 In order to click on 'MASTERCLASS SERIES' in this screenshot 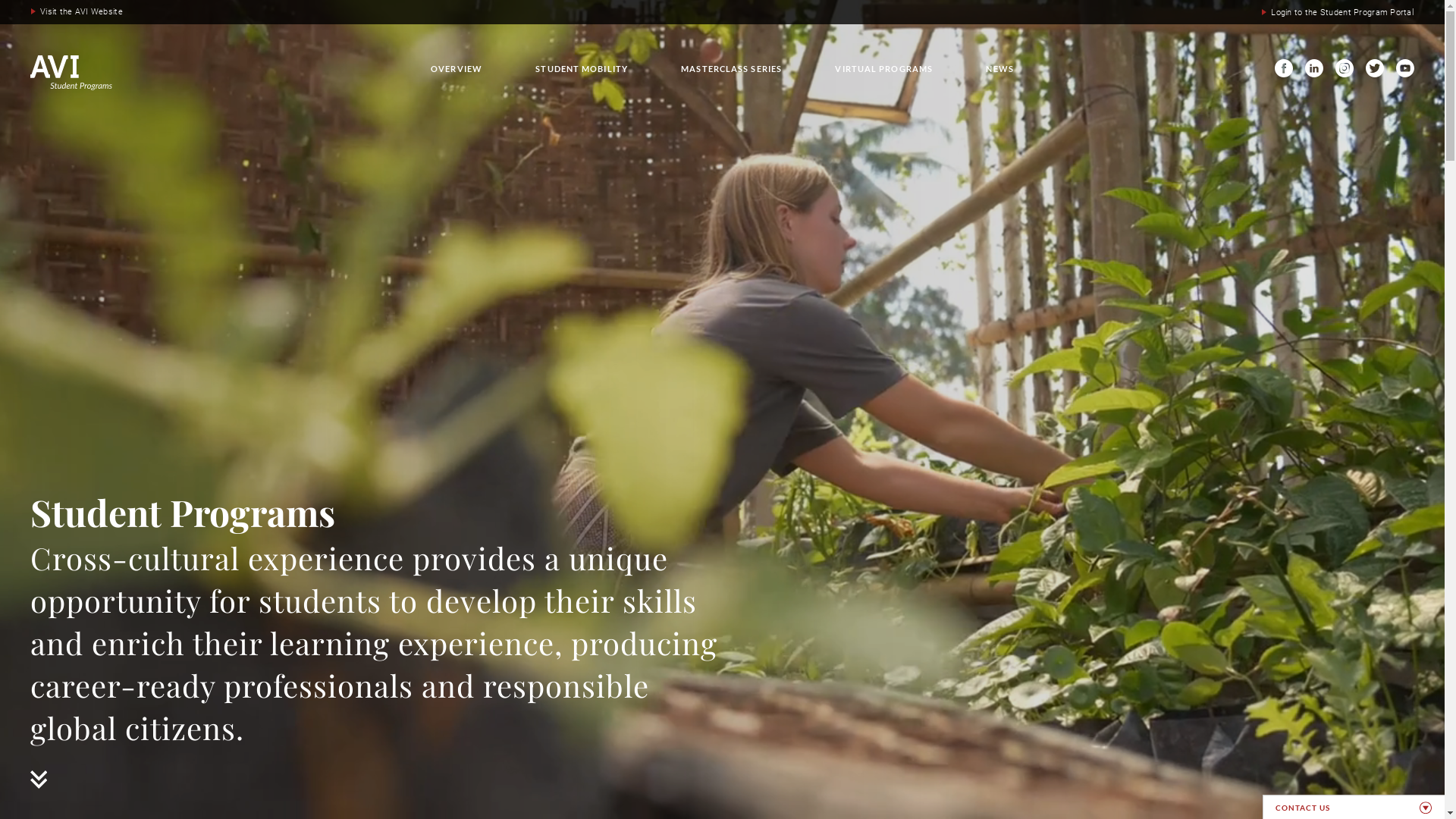, I will do `click(731, 68)`.